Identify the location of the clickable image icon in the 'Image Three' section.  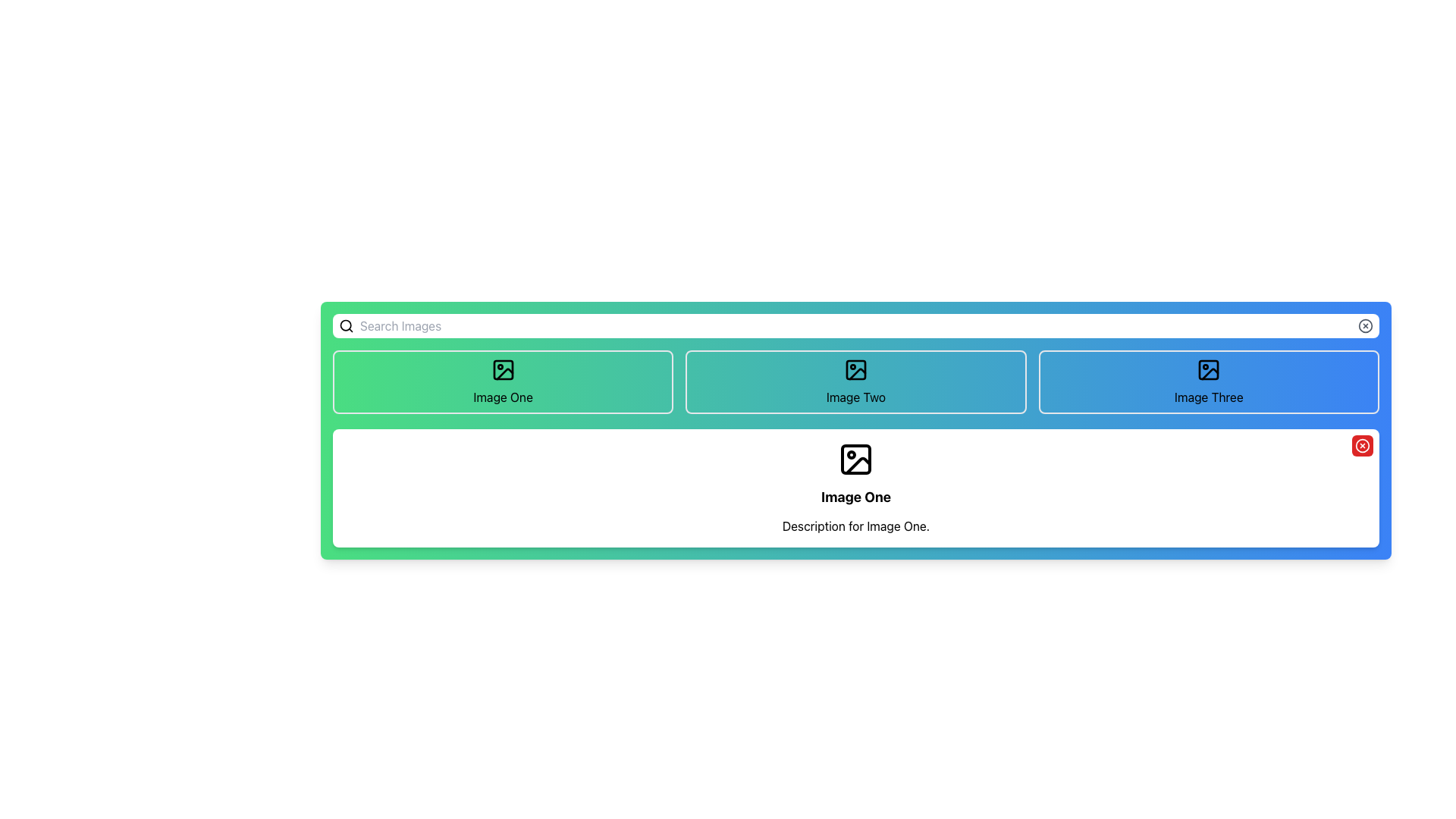
(1208, 370).